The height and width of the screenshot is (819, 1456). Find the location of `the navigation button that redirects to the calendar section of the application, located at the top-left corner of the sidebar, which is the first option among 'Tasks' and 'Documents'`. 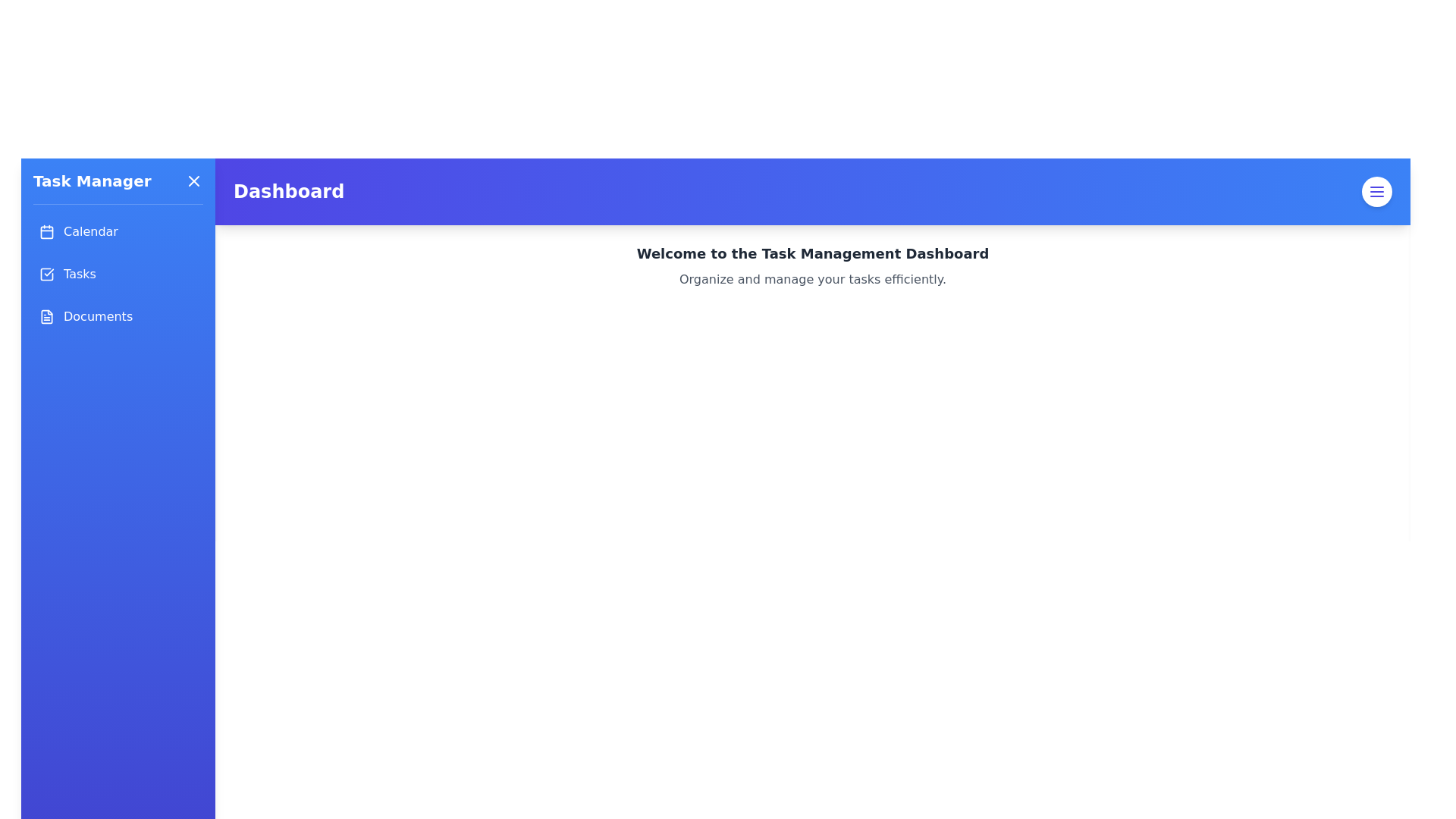

the navigation button that redirects to the calendar section of the application, located at the top-left corner of the sidebar, which is the first option among 'Tasks' and 'Documents' is located at coordinates (118, 231).